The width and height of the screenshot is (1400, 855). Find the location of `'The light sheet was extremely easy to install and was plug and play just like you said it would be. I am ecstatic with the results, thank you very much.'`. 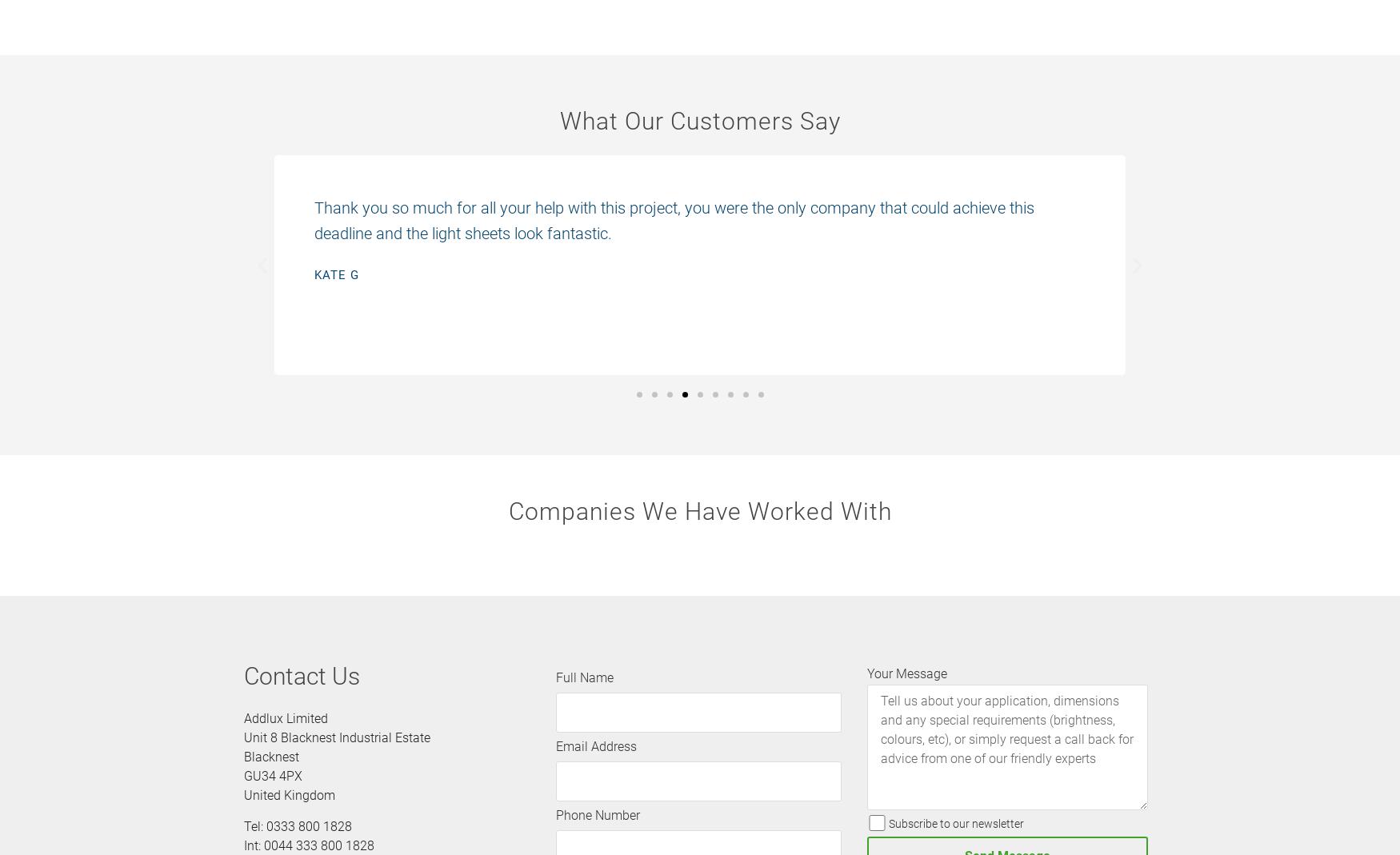

'The light sheet was extremely easy to install and was plug and play just like you said it would be. I am ecstatic with the results, thank you very much.' is located at coordinates (693, 218).